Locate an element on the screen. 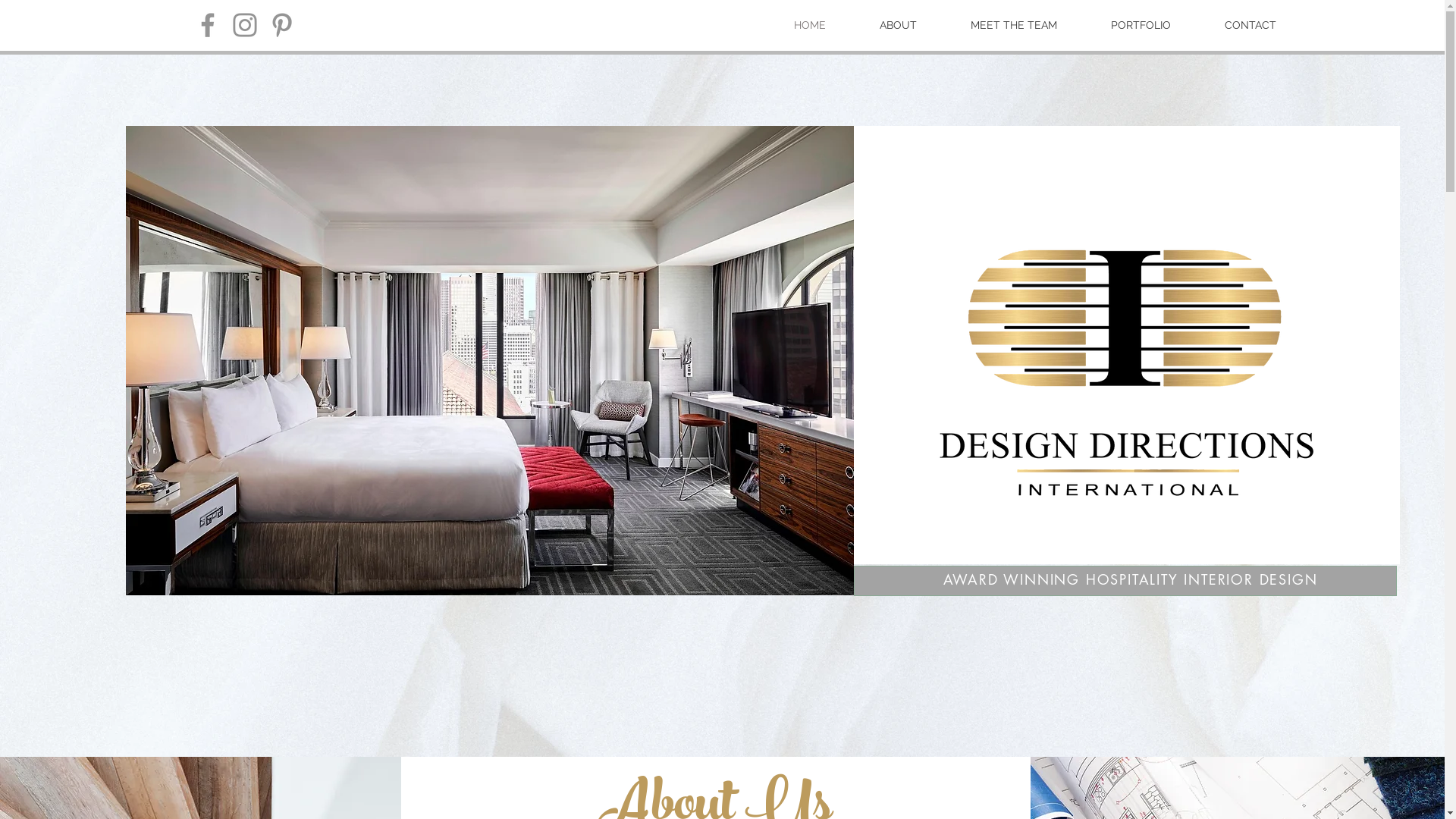 The width and height of the screenshot is (1456, 819). 'PORTFOLIO' is located at coordinates (1141, 25).